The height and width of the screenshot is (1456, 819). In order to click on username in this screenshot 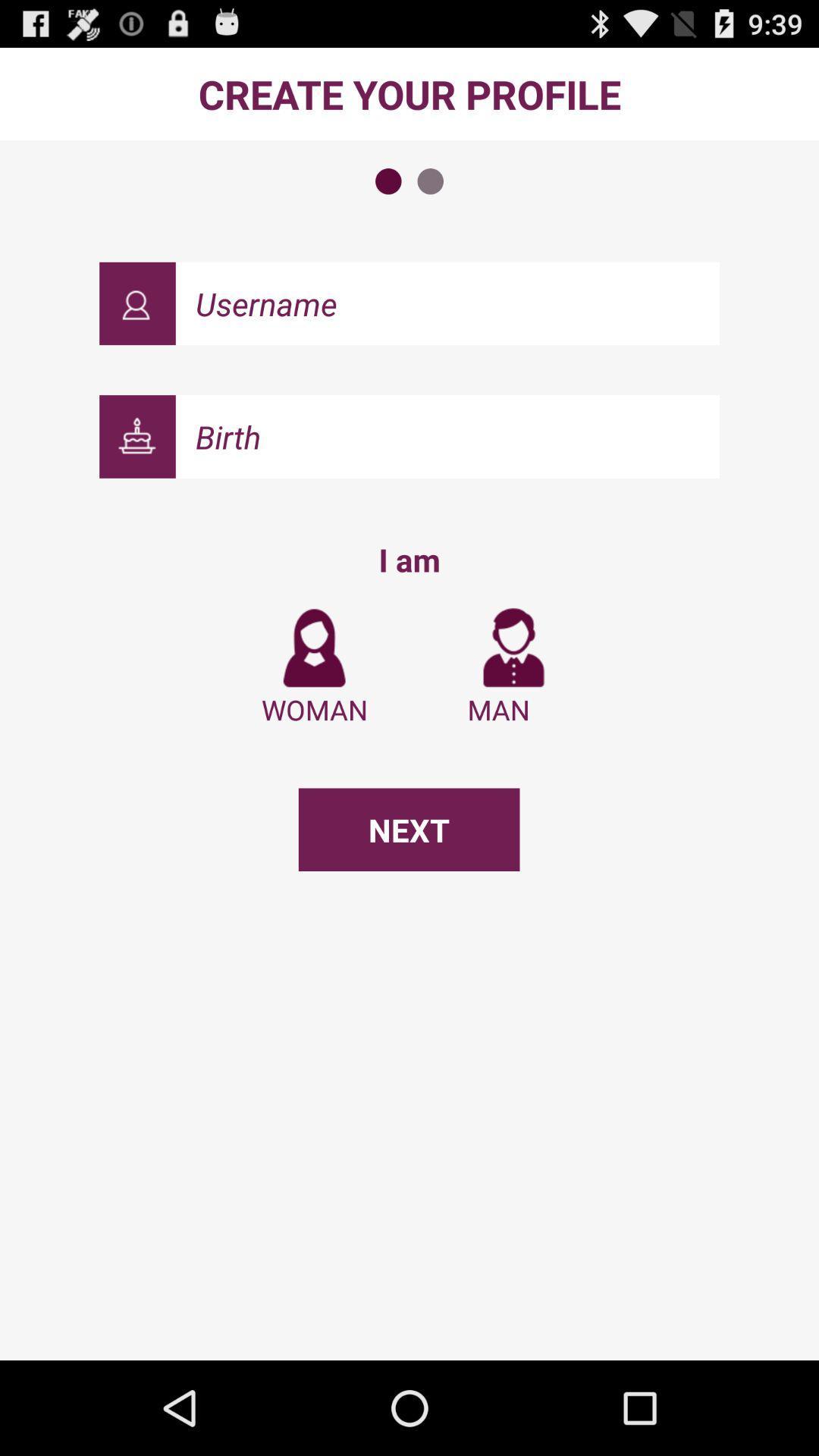, I will do `click(447, 303)`.